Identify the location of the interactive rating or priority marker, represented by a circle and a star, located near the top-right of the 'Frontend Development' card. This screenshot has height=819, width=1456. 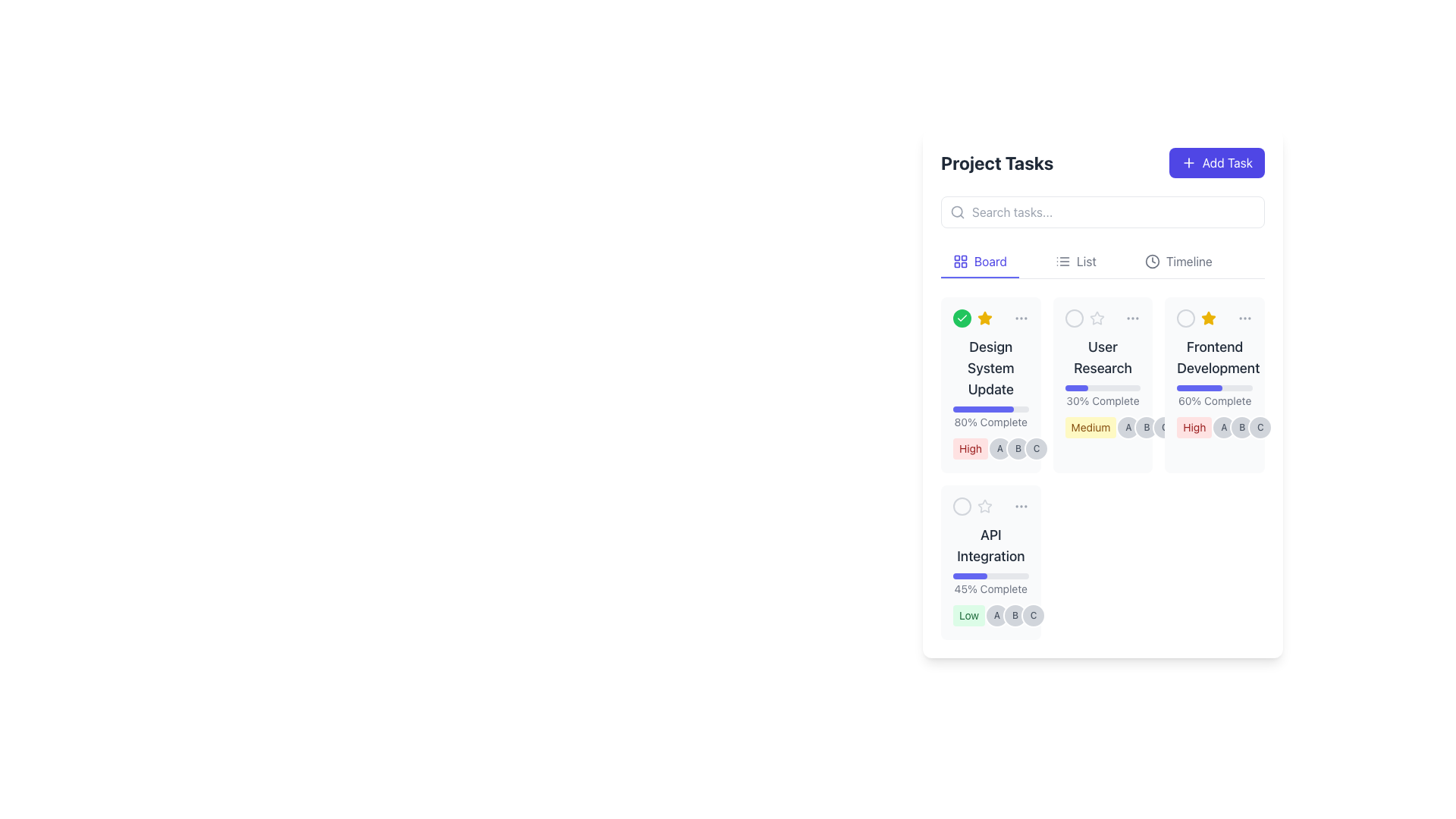
(1196, 318).